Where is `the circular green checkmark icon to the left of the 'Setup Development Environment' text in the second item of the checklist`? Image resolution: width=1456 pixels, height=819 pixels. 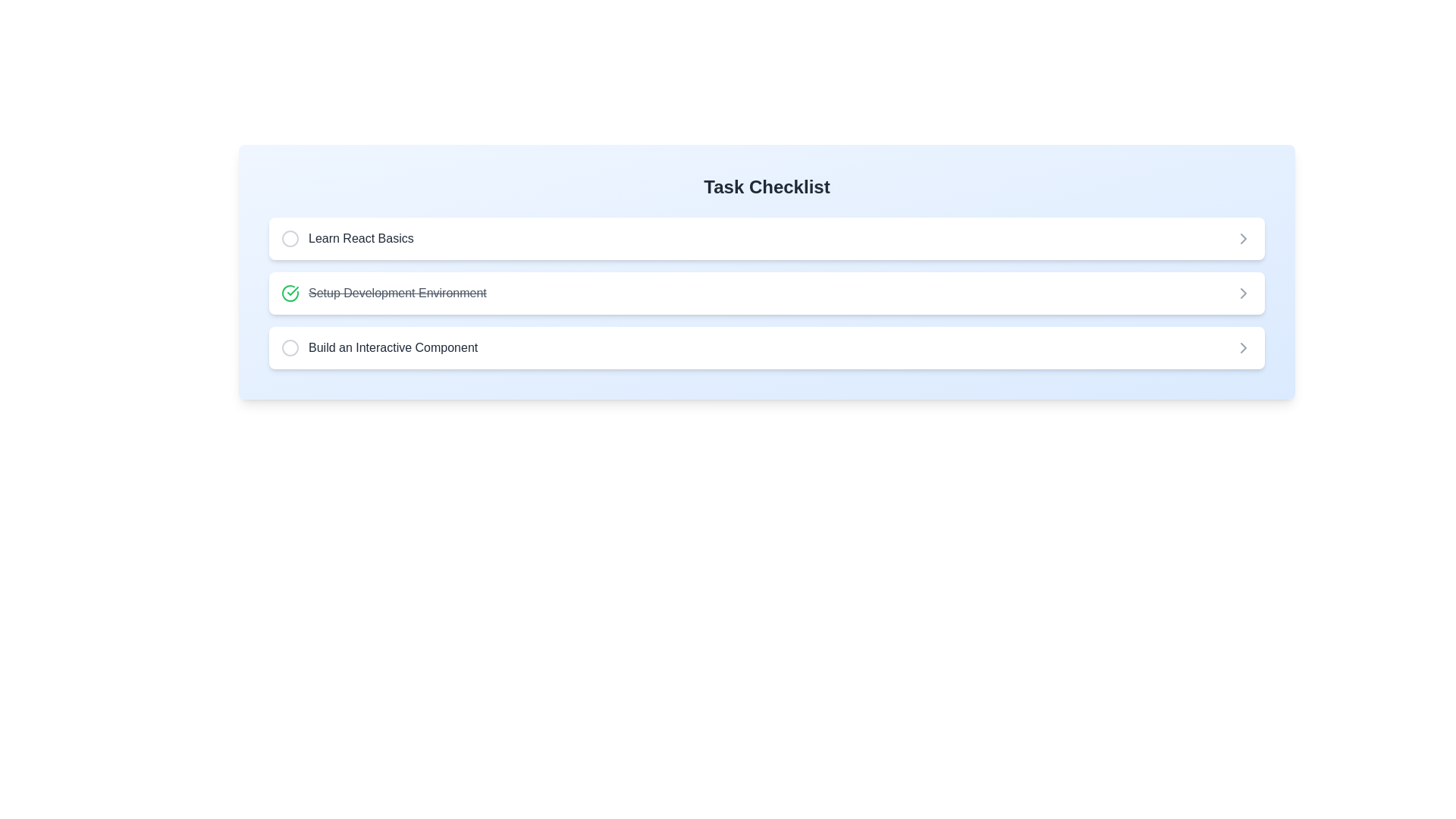
the circular green checkmark icon to the left of the 'Setup Development Environment' text in the second item of the checklist is located at coordinates (290, 293).